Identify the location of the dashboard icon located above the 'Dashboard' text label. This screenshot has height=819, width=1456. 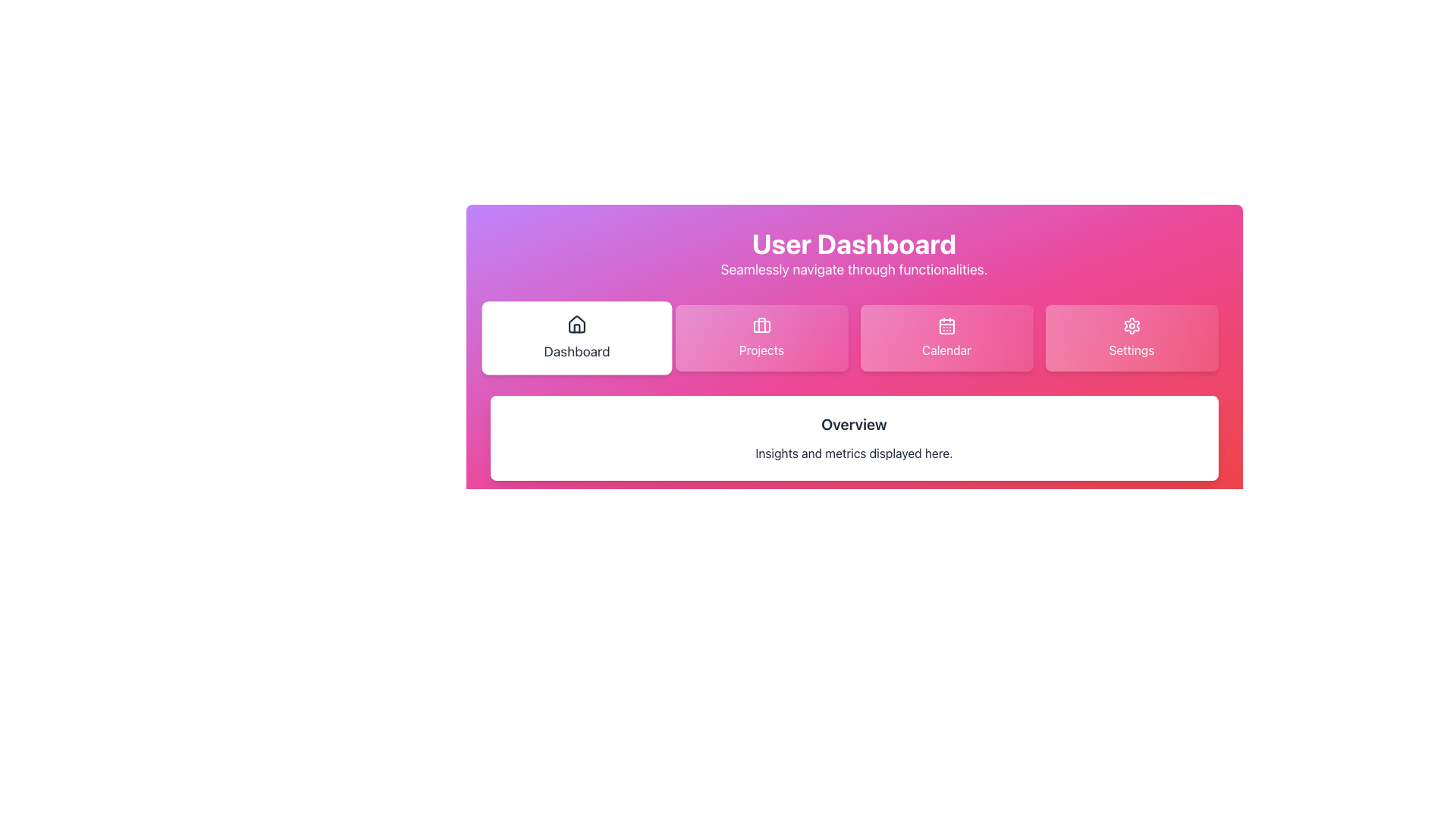
(576, 323).